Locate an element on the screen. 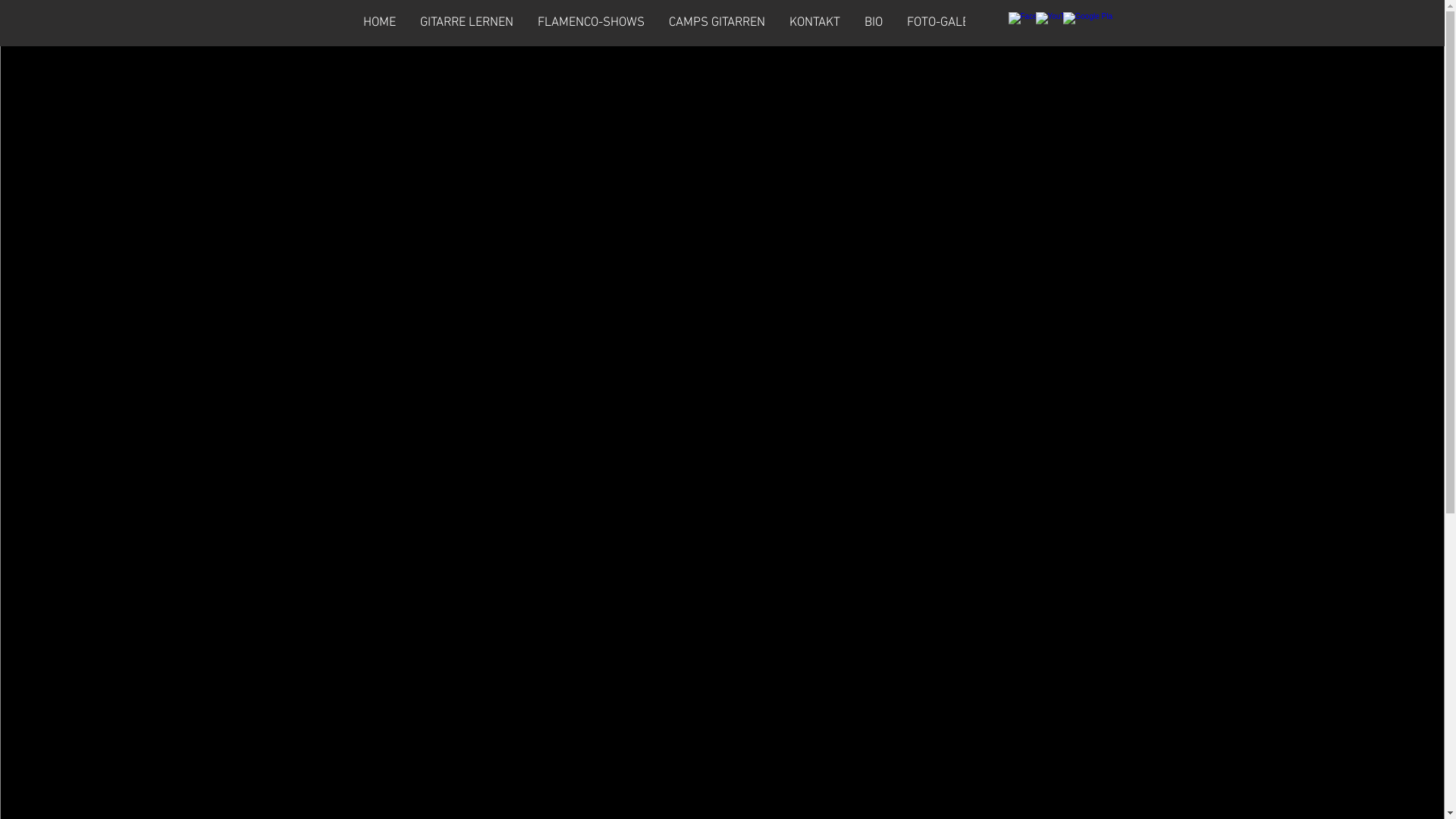 The image size is (1456, 819). 'KONTAKT' is located at coordinates (813, 24).